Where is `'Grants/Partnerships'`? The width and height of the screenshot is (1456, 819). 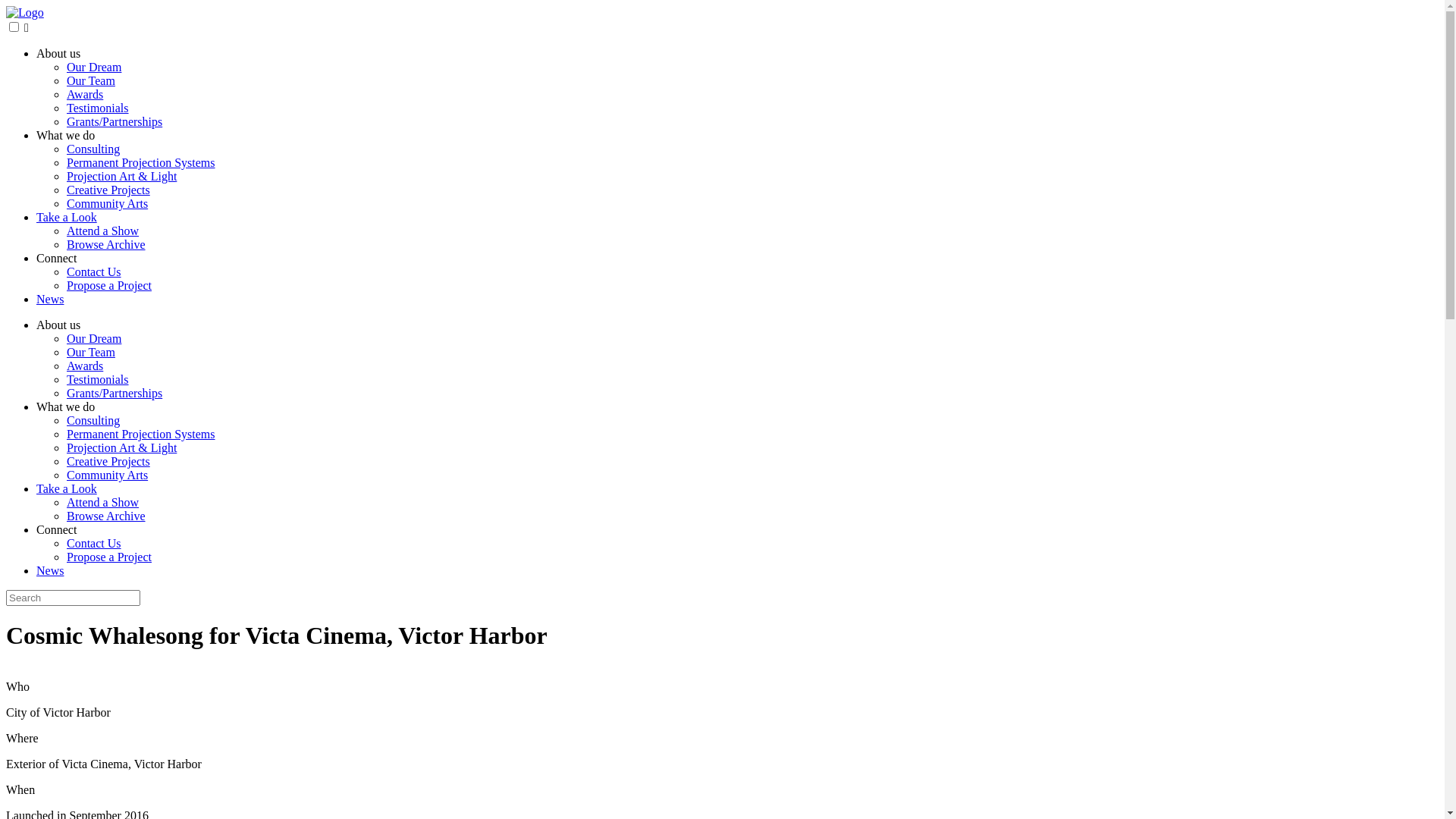 'Grants/Partnerships' is located at coordinates (113, 121).